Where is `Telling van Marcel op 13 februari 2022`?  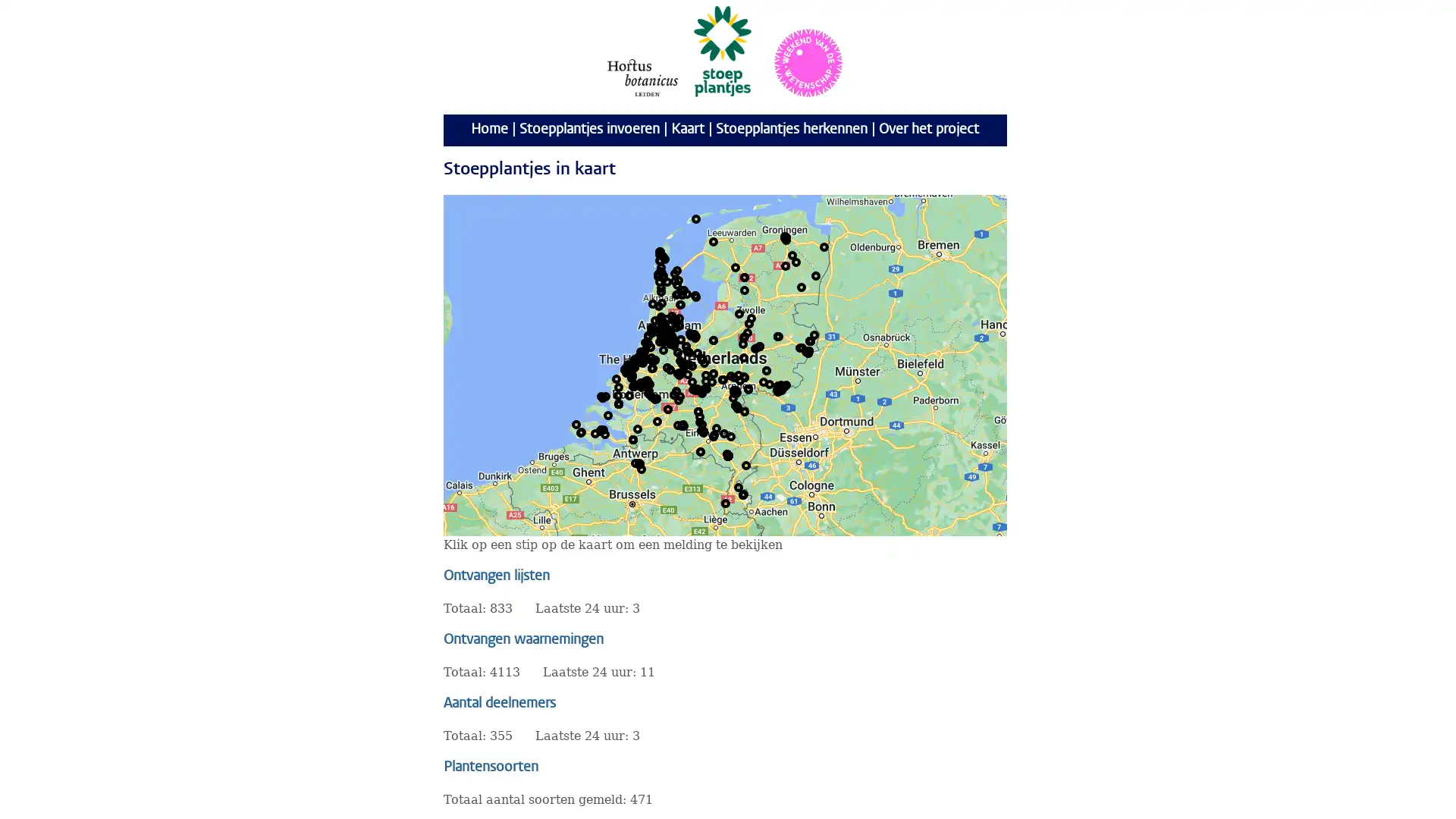
Telling van Marcel op 13 februari 2022 is located at coordinates (743, 336).